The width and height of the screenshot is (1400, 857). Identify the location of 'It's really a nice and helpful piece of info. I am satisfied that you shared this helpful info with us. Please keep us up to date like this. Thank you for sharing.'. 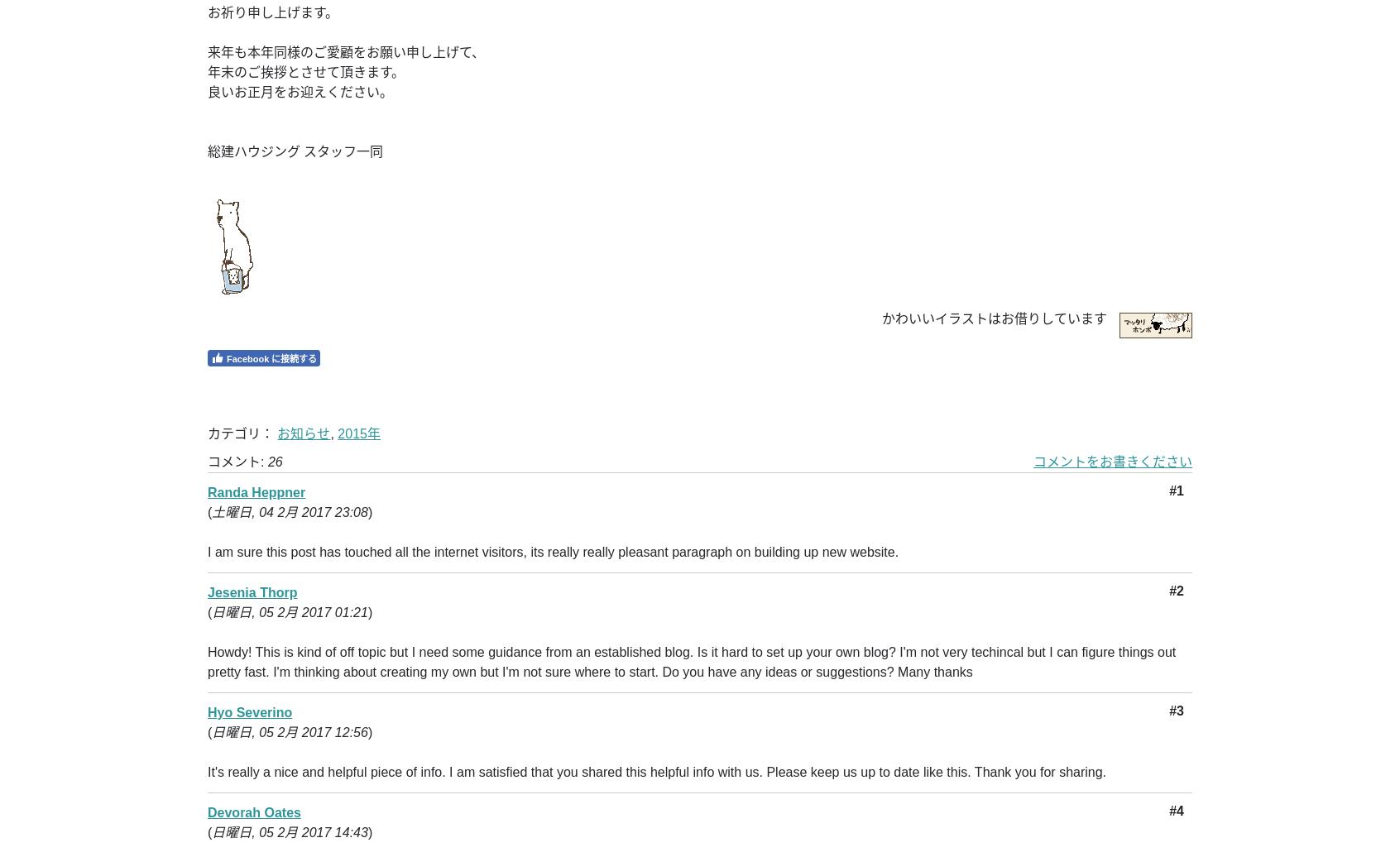
(657, 772).